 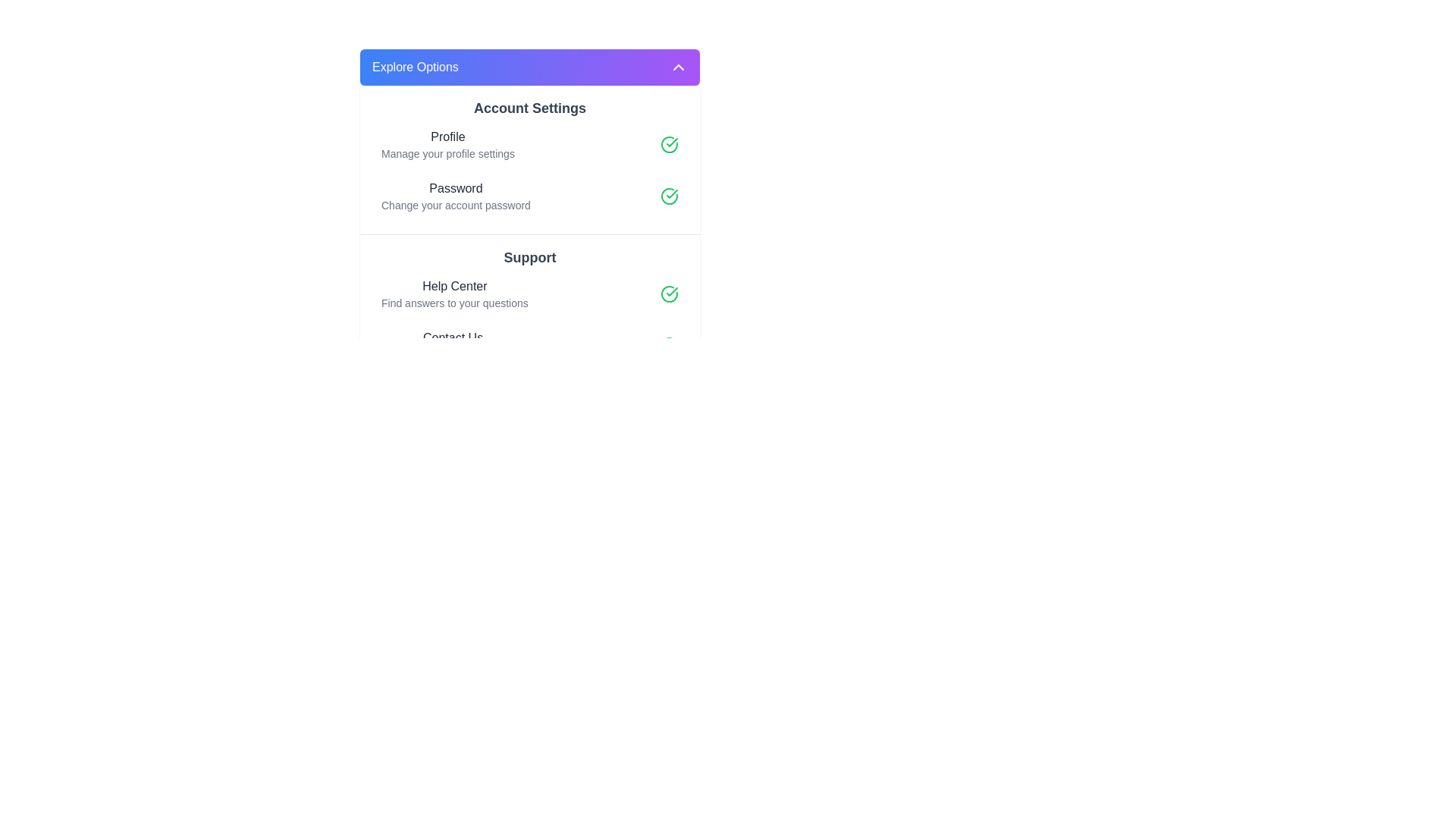 I want to click on the first list item in the 'Account Settings' section that allows access to profile-related settings, so click(x=530, y=145).